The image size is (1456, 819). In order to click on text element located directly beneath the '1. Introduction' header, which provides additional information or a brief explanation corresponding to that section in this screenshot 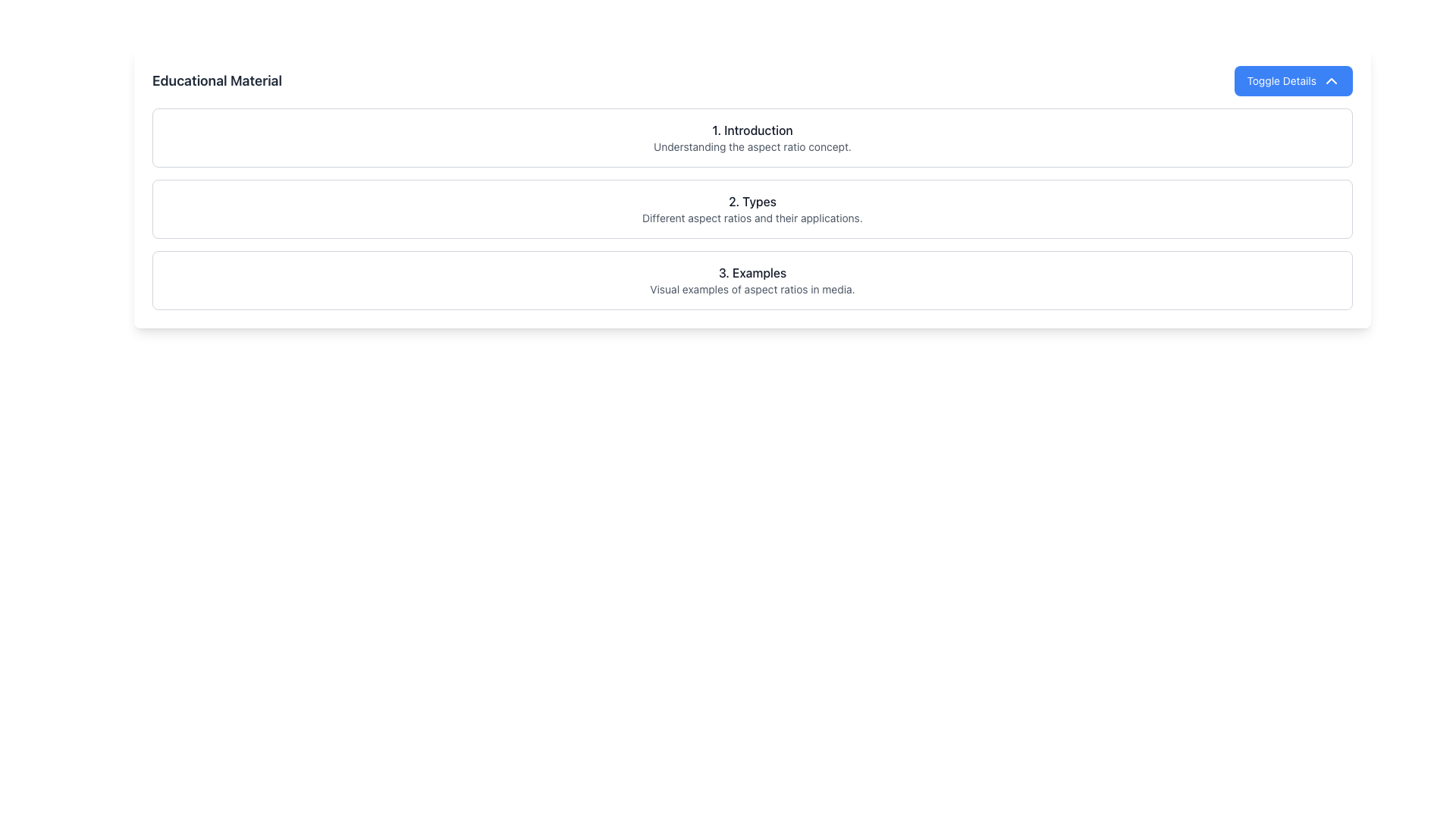, I will do `click(752, 146)`.